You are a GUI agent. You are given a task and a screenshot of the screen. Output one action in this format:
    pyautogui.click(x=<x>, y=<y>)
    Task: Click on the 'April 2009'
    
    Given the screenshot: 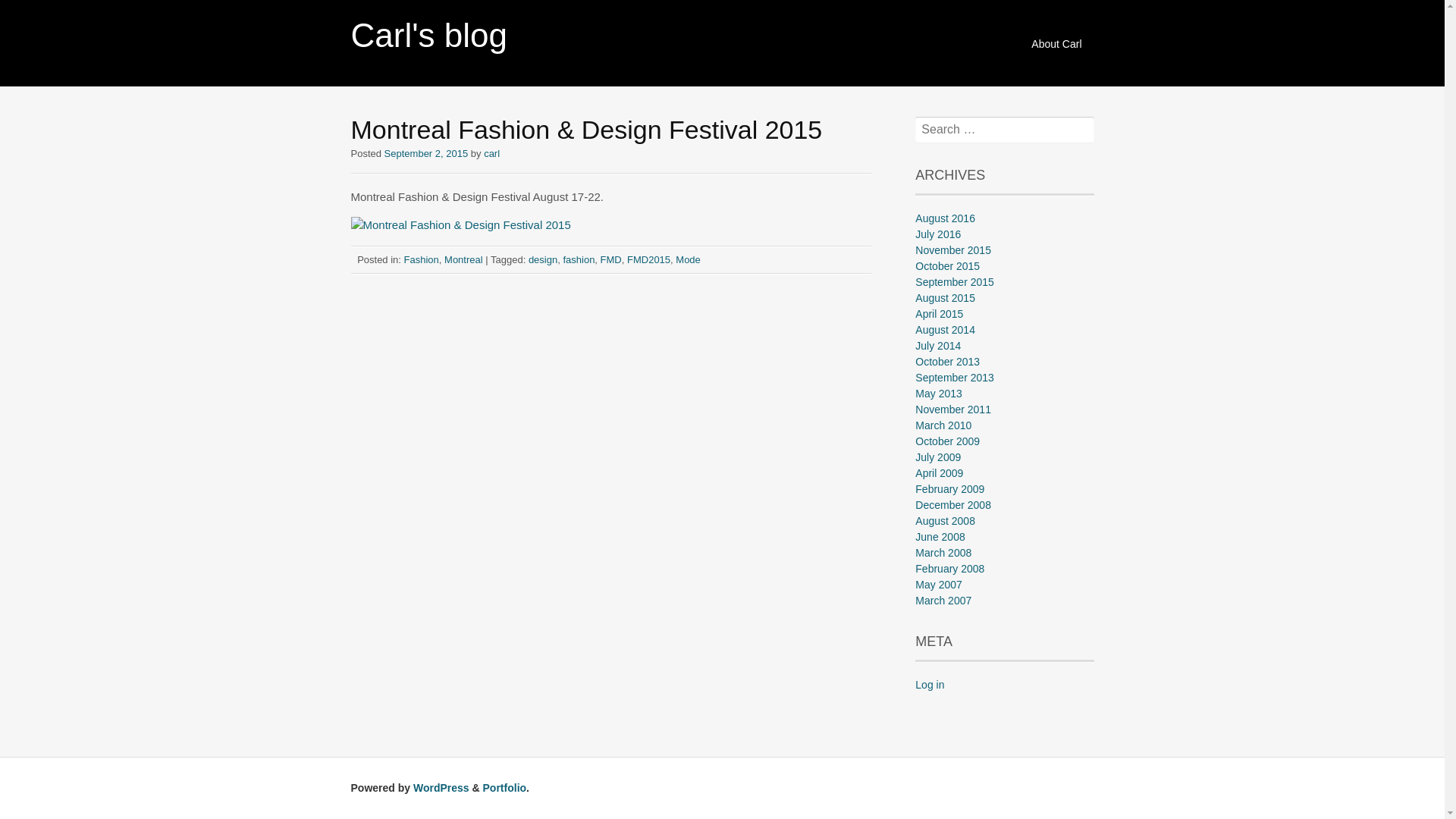 What is the action you would take?
    pyautogui.click(x=938, y=472)
    